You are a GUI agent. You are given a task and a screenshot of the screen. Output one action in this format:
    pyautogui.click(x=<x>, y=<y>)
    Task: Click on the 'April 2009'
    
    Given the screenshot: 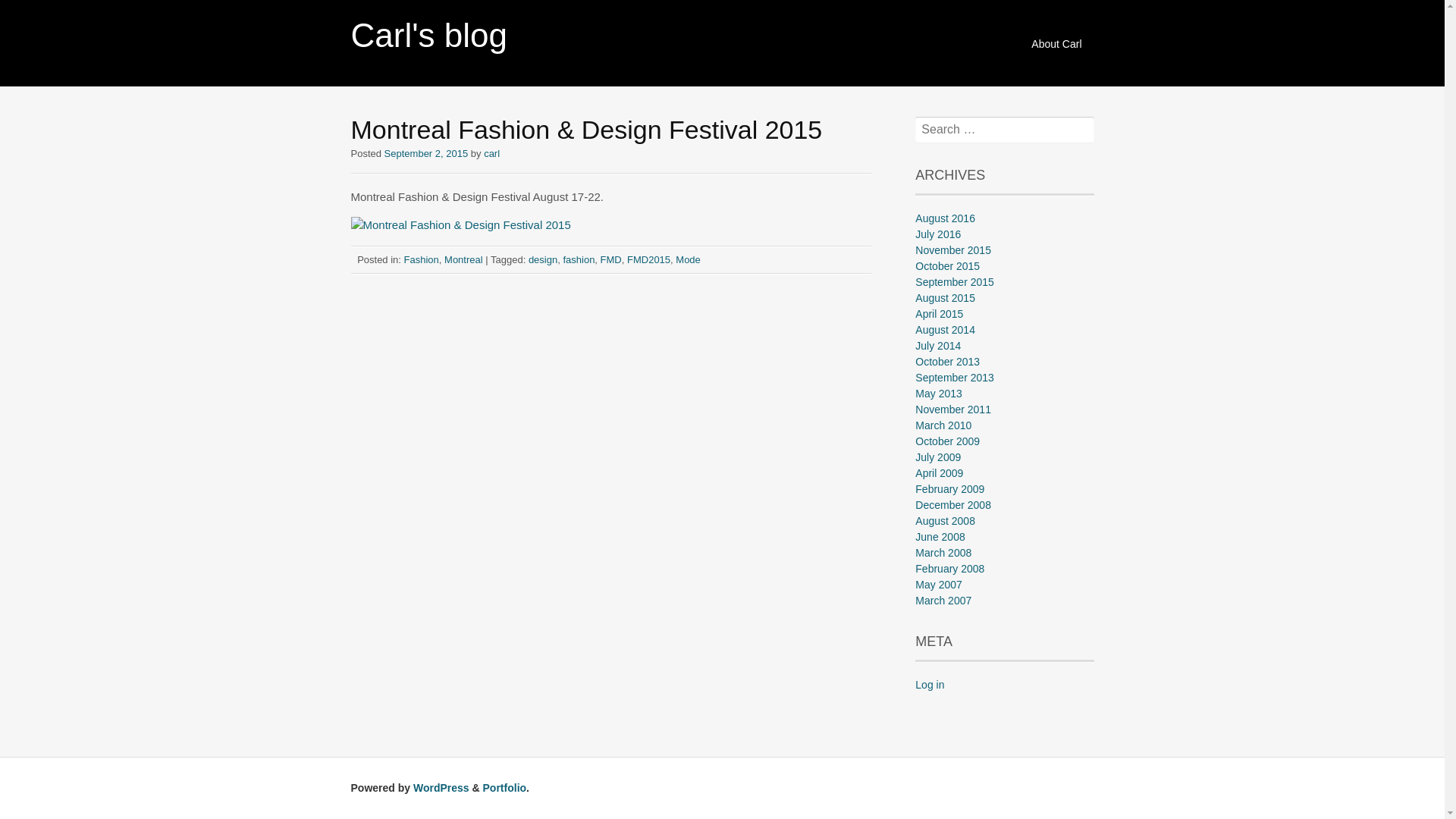 What is the action you would take?
    pyautogui.click(x=938, y=472)
    